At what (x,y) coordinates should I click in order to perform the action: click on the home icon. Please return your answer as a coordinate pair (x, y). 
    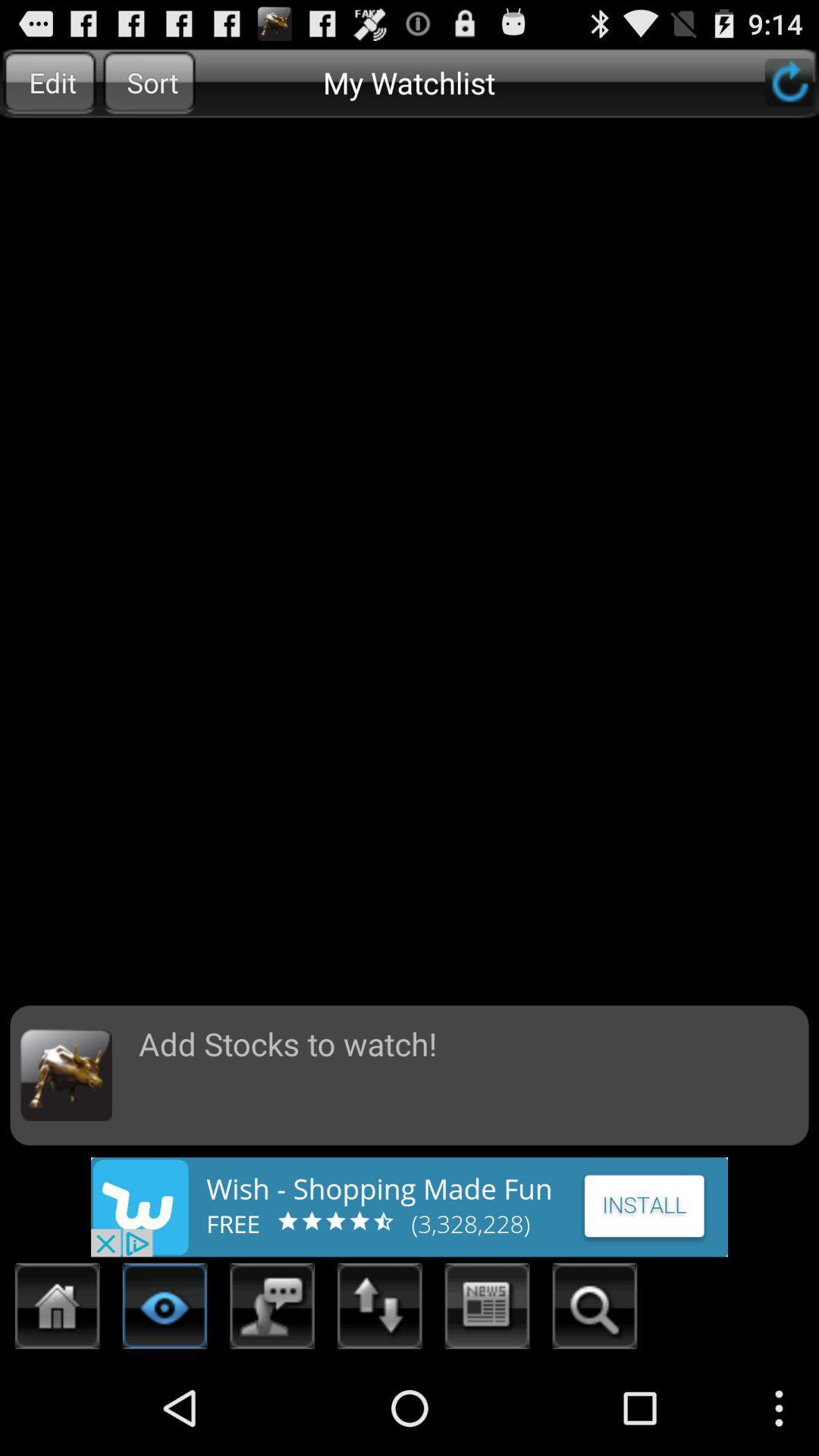
    Looking at the image, I should click on (57, 1401).